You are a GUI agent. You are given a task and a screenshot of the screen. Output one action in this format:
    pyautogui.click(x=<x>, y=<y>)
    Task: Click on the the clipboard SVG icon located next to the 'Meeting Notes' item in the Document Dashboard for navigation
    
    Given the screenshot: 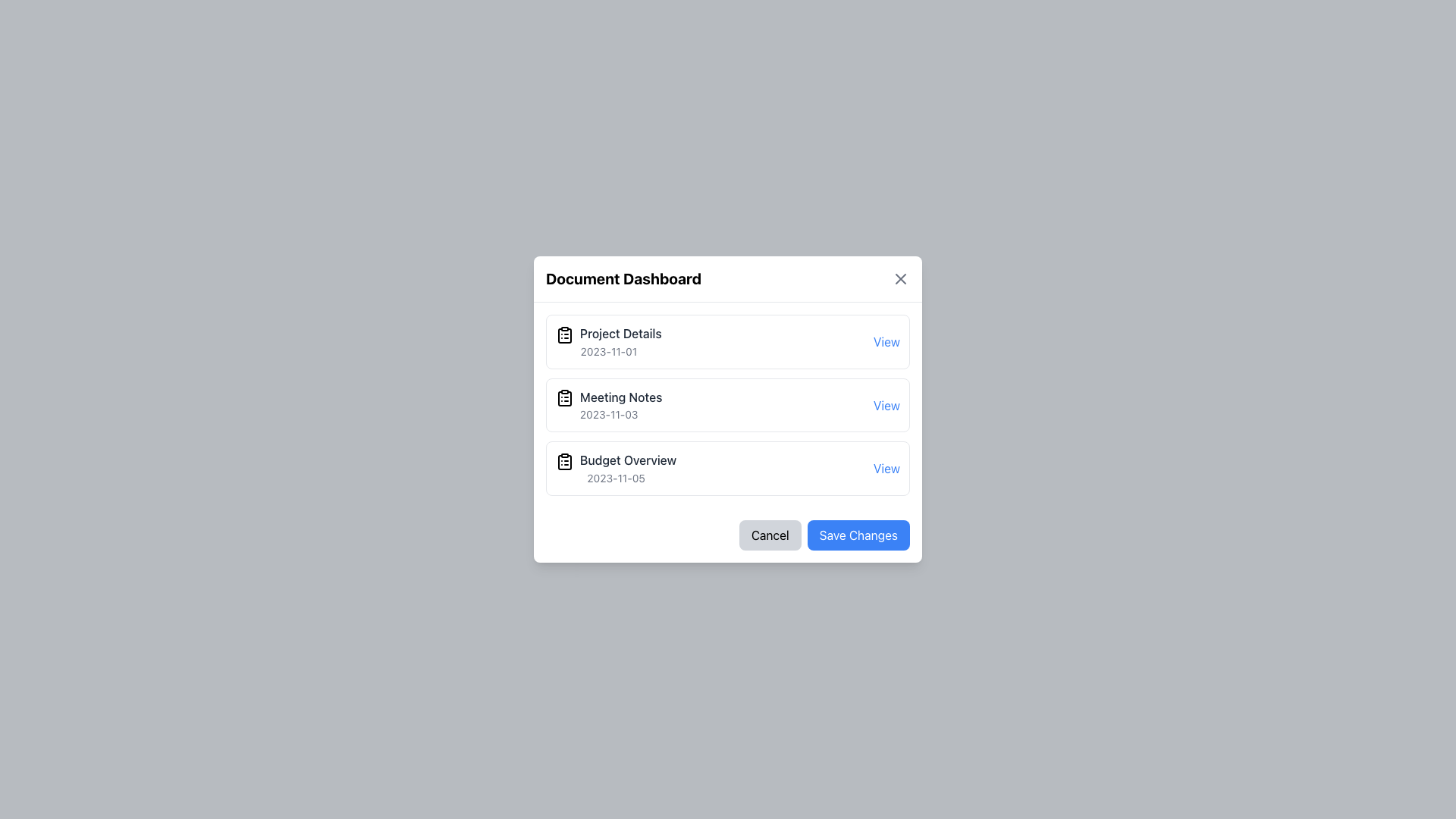 What is the action you would take?
    pyautogui.click(x=563, y=397)
    